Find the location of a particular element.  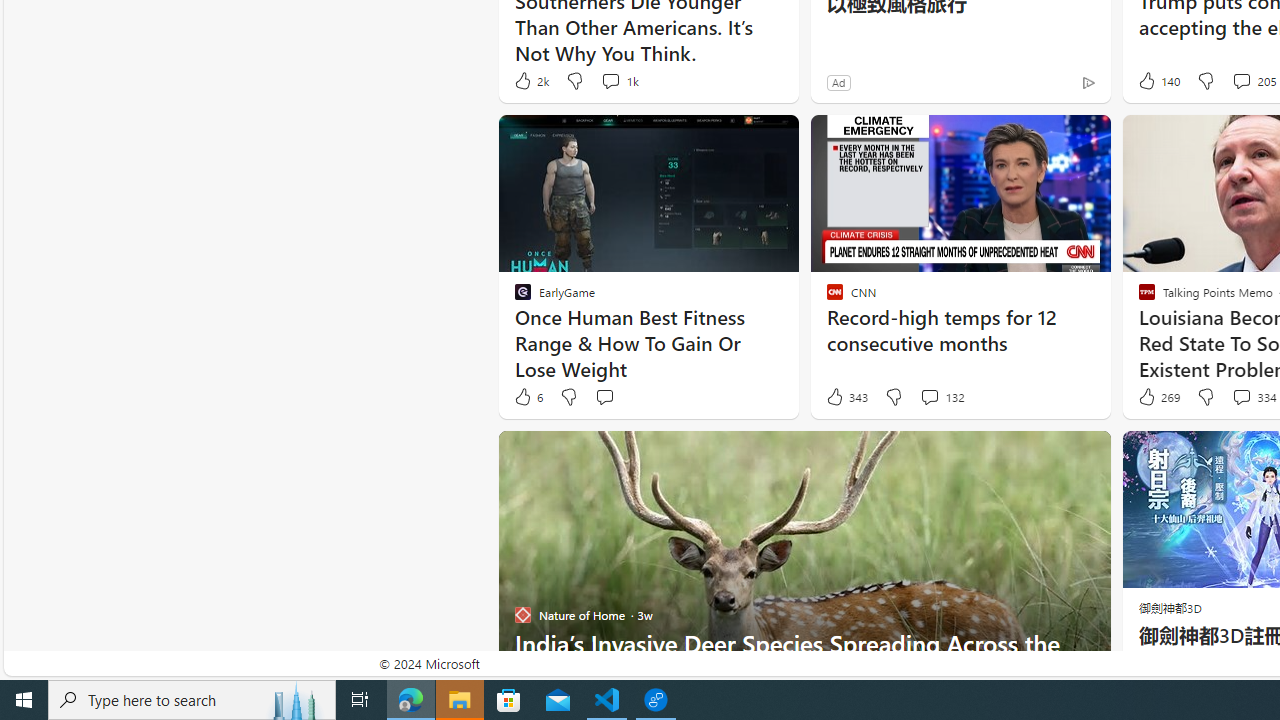

'View comments 1k Comment' is located at coordinates (617, 80).